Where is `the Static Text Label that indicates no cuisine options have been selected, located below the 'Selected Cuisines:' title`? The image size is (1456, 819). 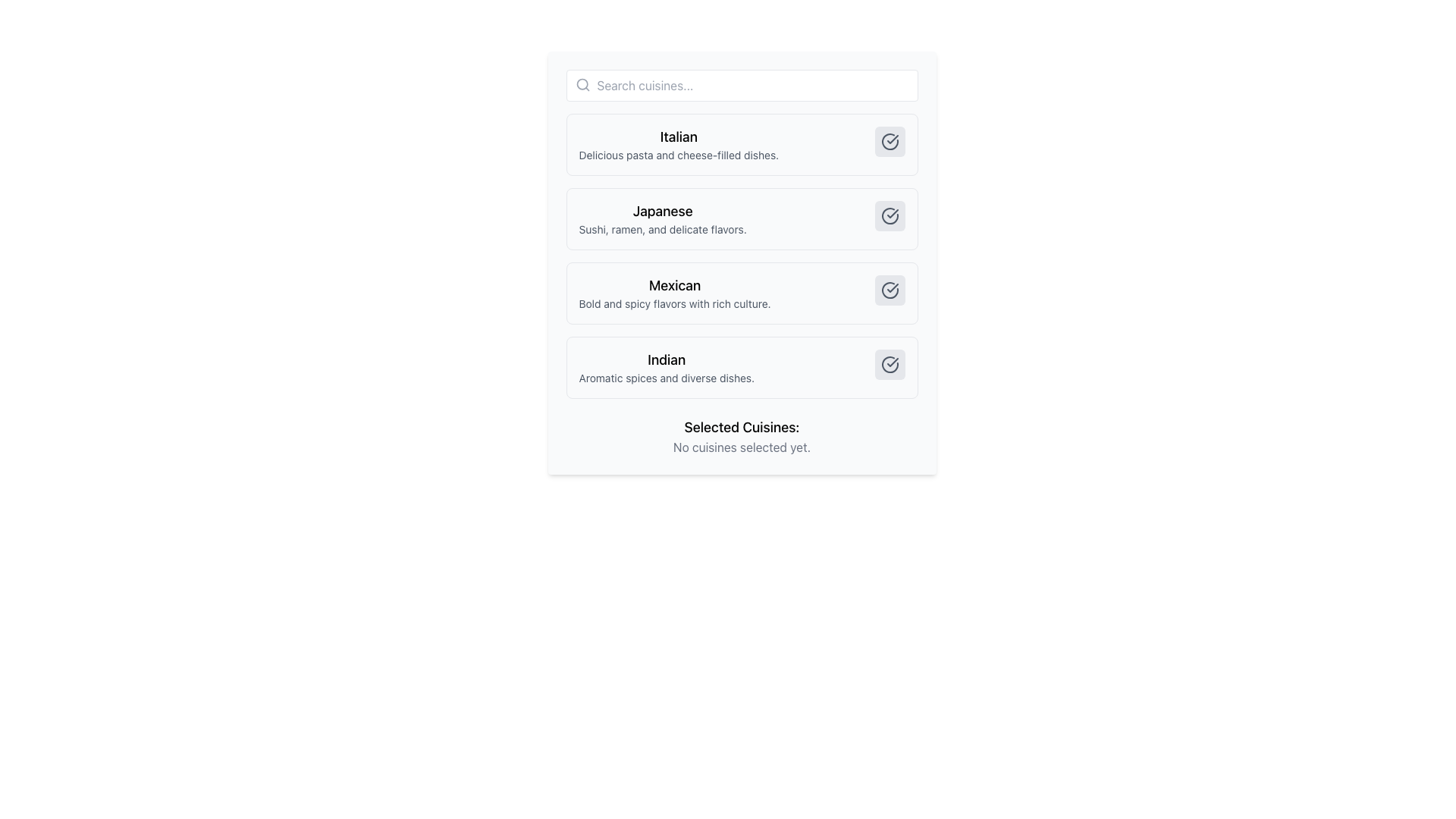 the Static Text Label that indicates no cuisine options have been selected, located below the 'Selected Cuisines:' title is located at coordinates (742, 447).